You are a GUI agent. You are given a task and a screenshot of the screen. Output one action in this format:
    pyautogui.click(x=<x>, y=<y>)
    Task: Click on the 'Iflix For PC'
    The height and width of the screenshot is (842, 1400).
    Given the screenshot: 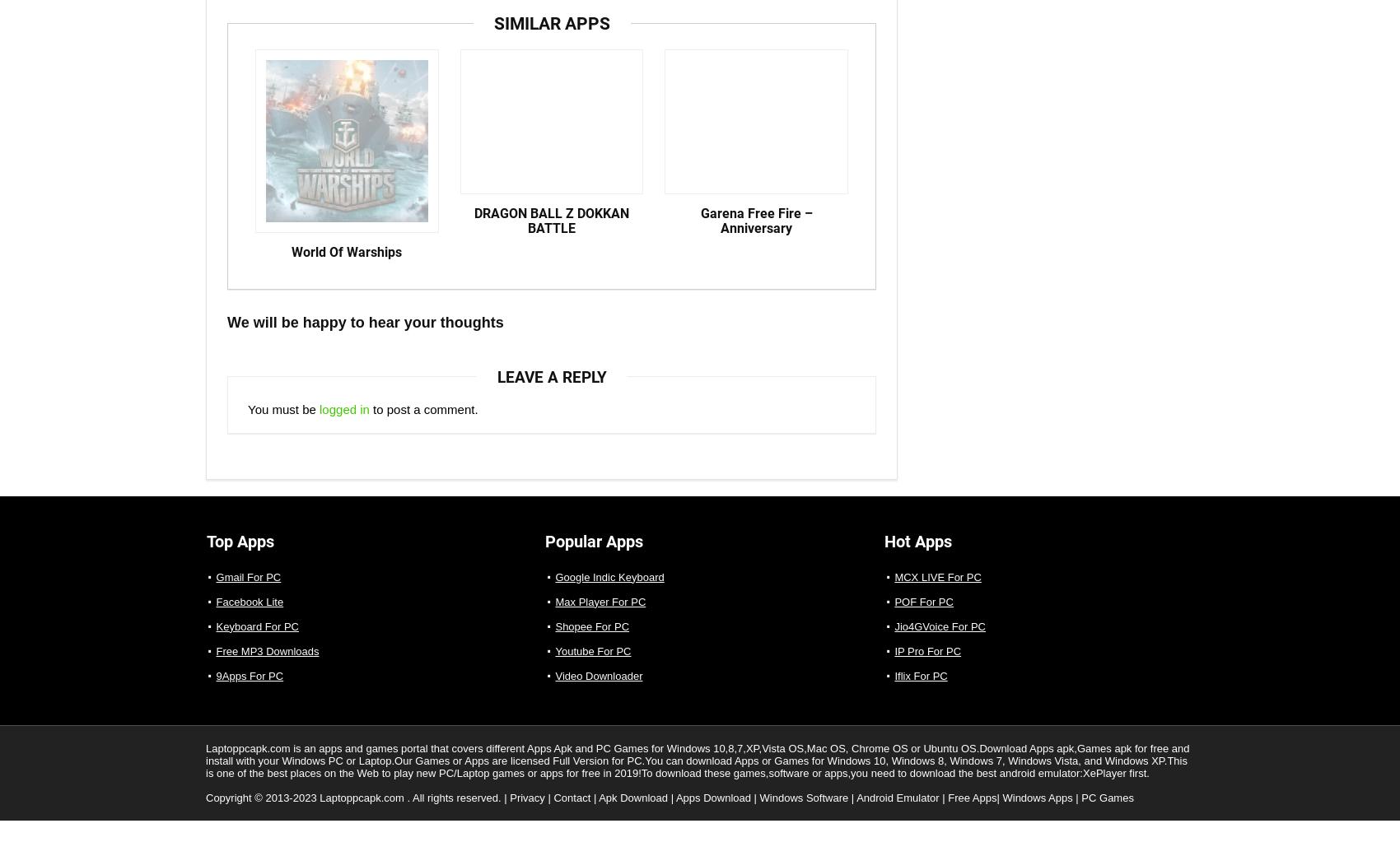 What is the action you would take?
    pyautogui.click(x=920, y=689)
    